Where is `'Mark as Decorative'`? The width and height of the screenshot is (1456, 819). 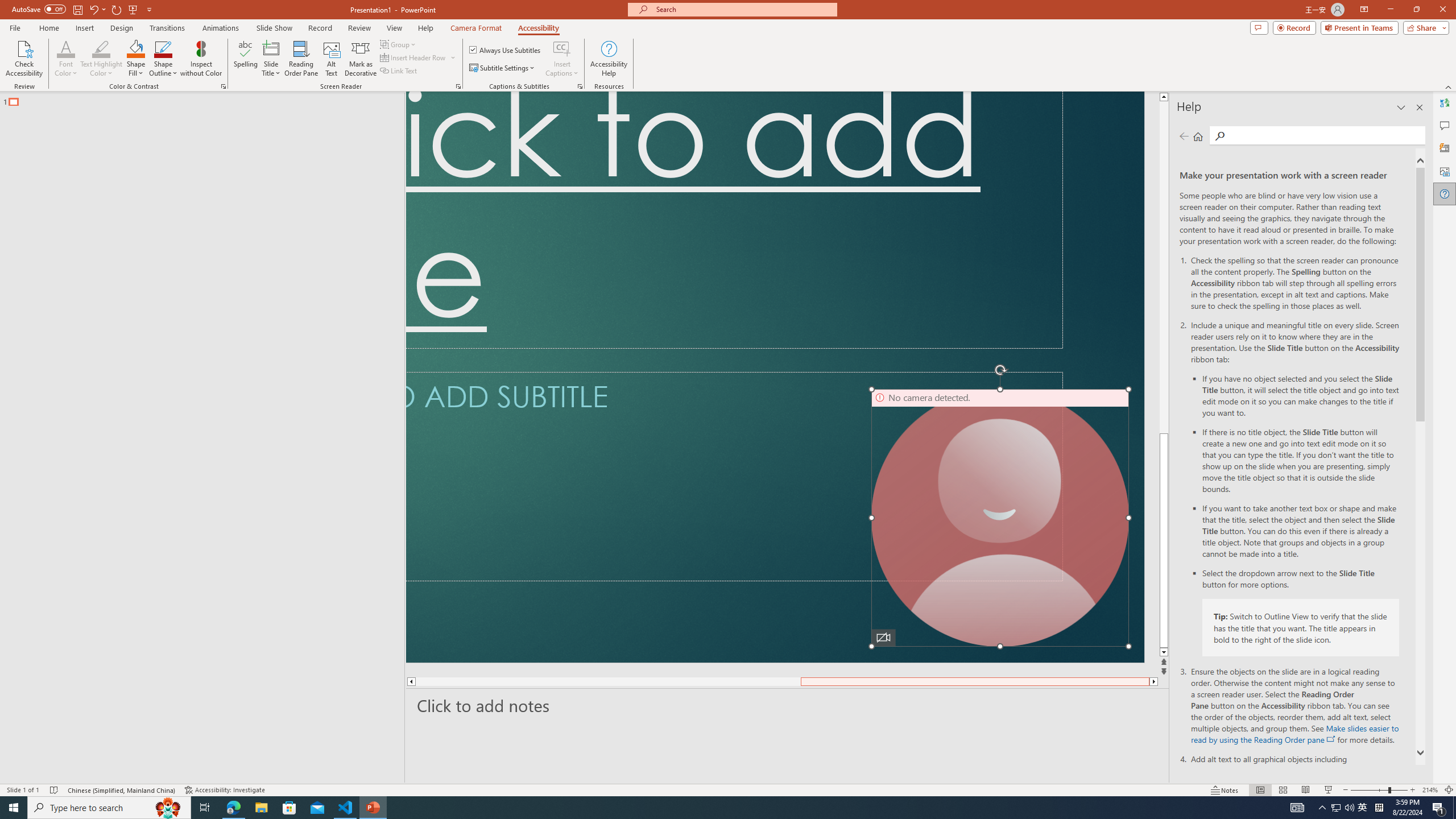 'Mark as Decorative' is located at coordinates (360, 59).